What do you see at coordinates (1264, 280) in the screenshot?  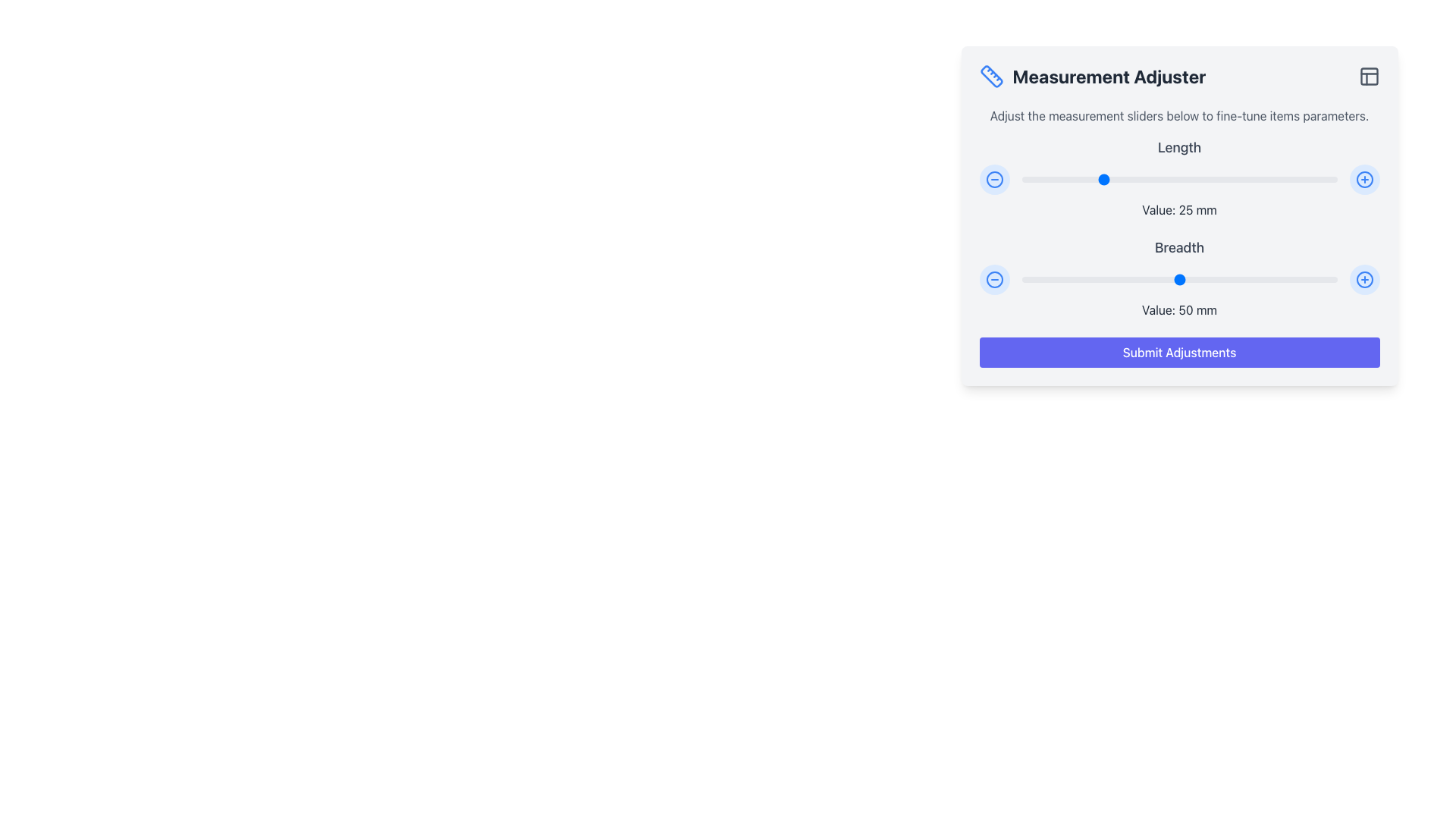 I see `the breadth` at bounding box center [1264, 280].